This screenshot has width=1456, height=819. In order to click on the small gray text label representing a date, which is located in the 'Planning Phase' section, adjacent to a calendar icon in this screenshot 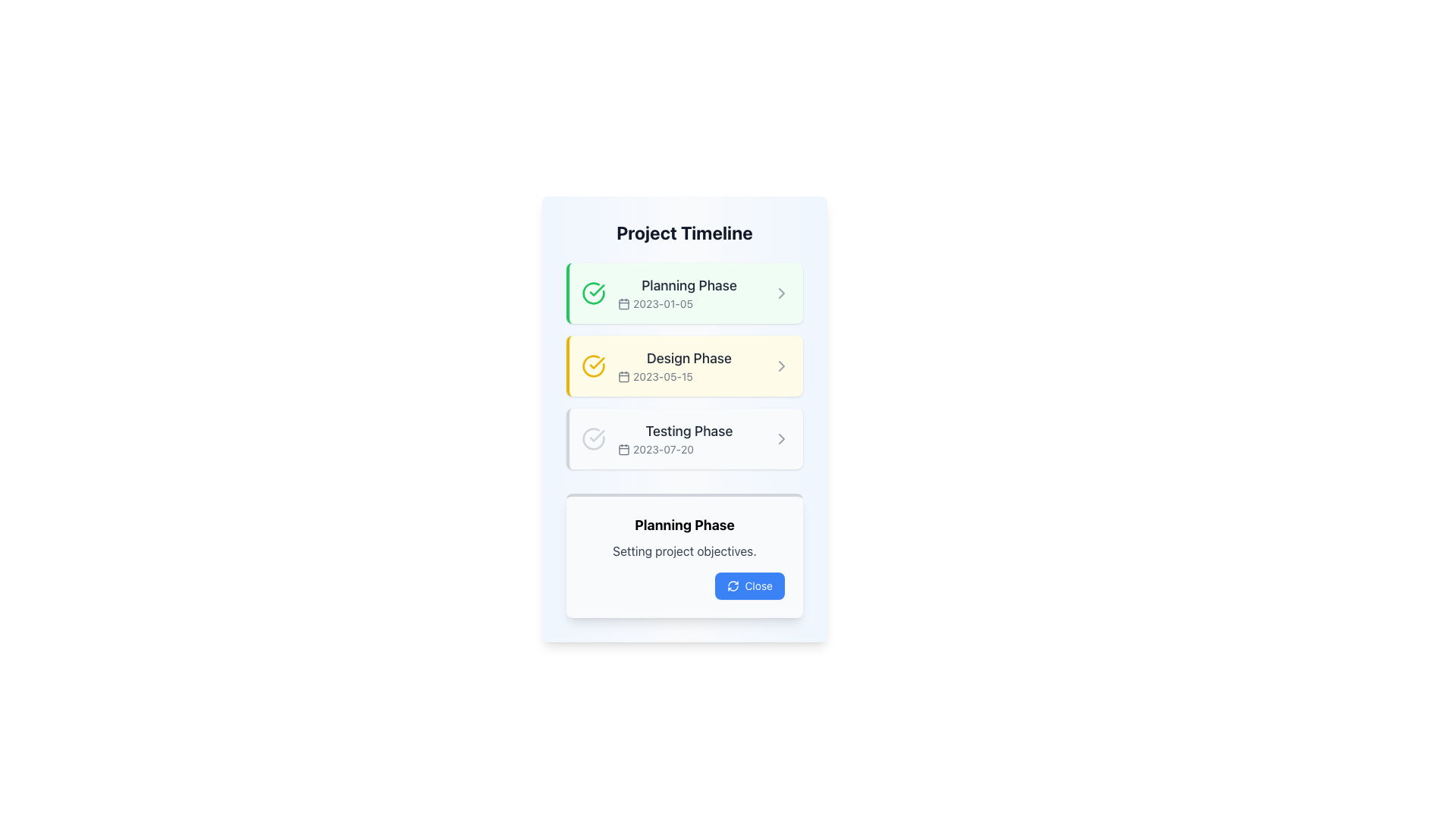, I will do `click(688, 304)`.